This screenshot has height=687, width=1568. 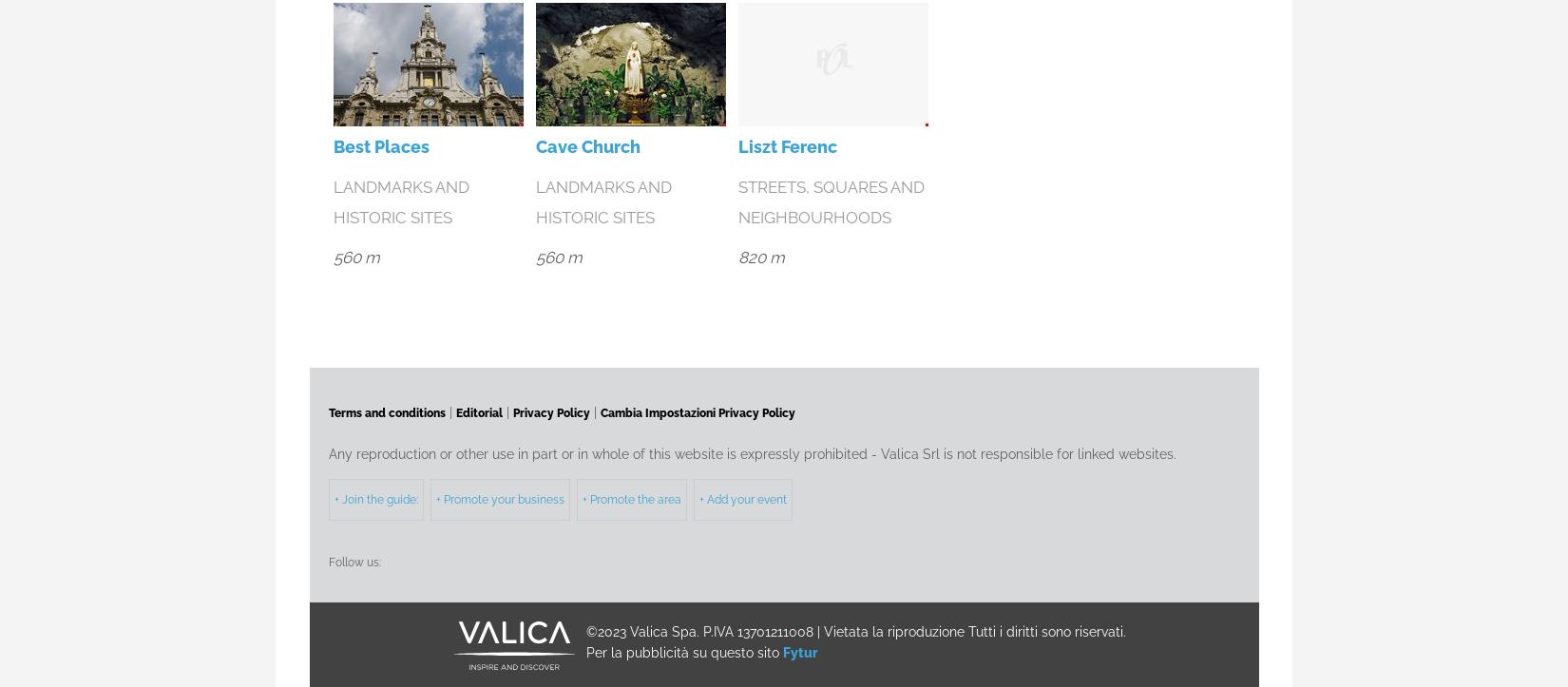 I want to click on 'Liszt Ferenc', so click(x=786, y=146).